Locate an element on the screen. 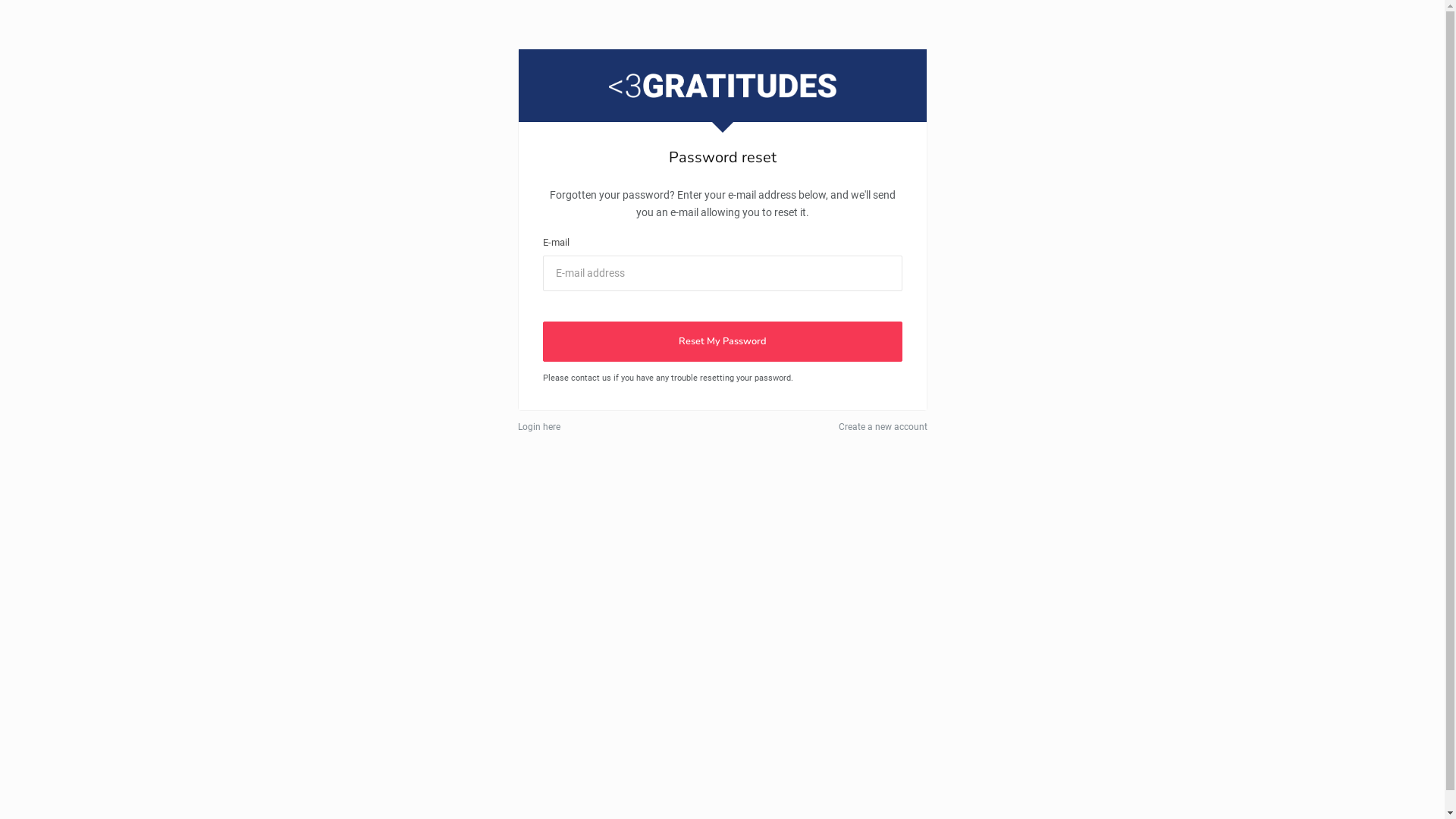 Image resolution: width=1456 pixels, height=819 pixels. 'Login here' is located at coordinates (516, 427).